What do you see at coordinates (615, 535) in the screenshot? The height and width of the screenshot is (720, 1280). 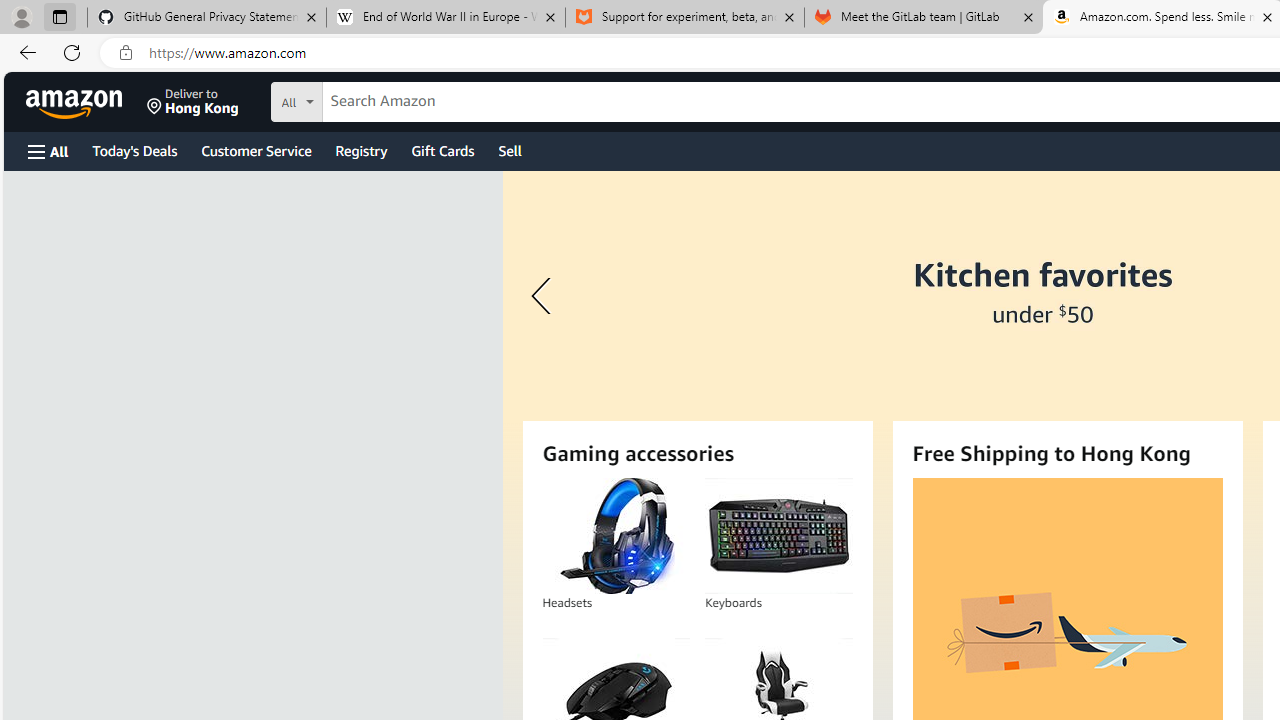 I see `'Headsets'` at bounding box center [615, 535].